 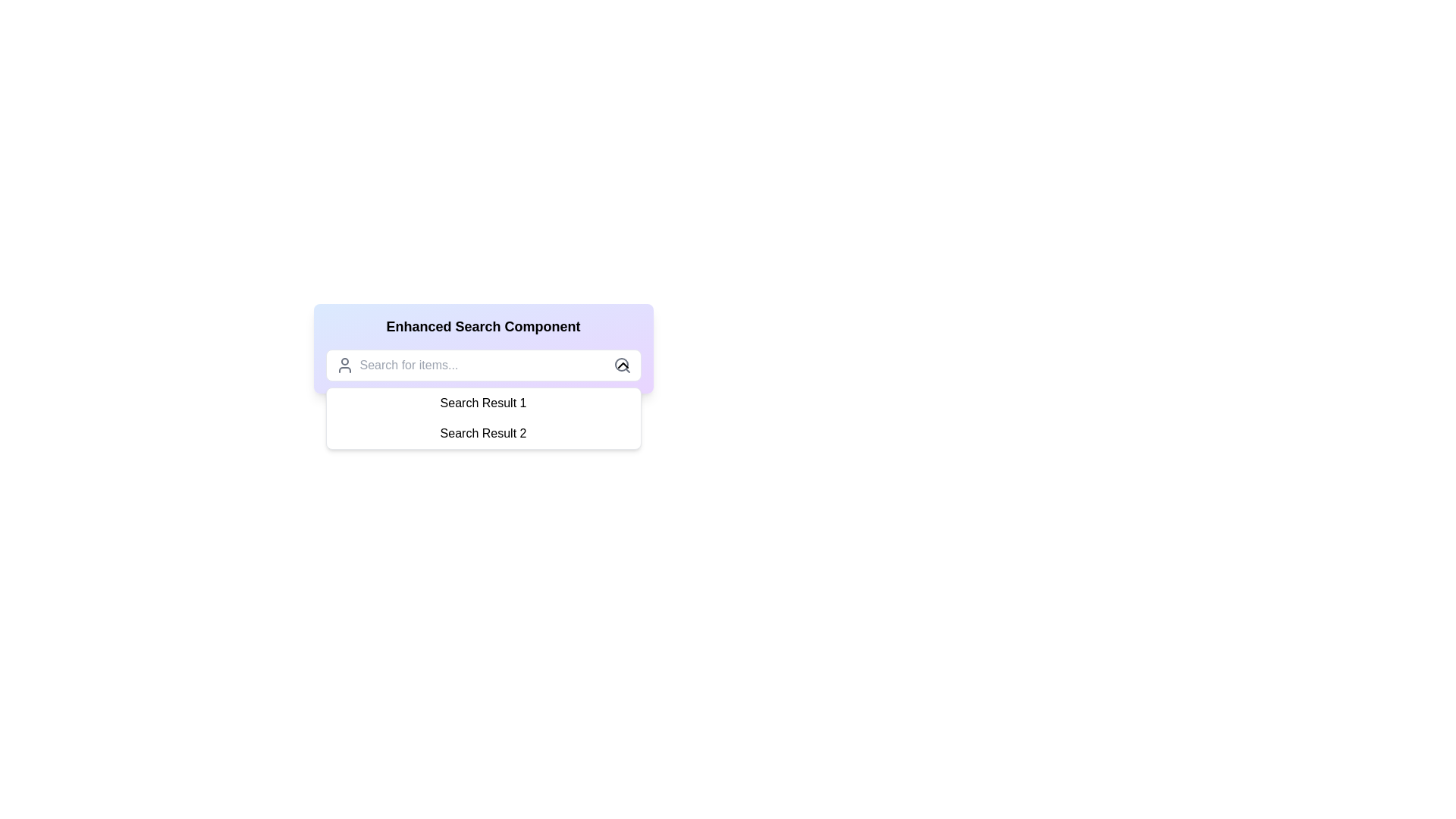 I want to click on the text label 'Search Result 1' in the dropdown list, so click(x=482, y=403).